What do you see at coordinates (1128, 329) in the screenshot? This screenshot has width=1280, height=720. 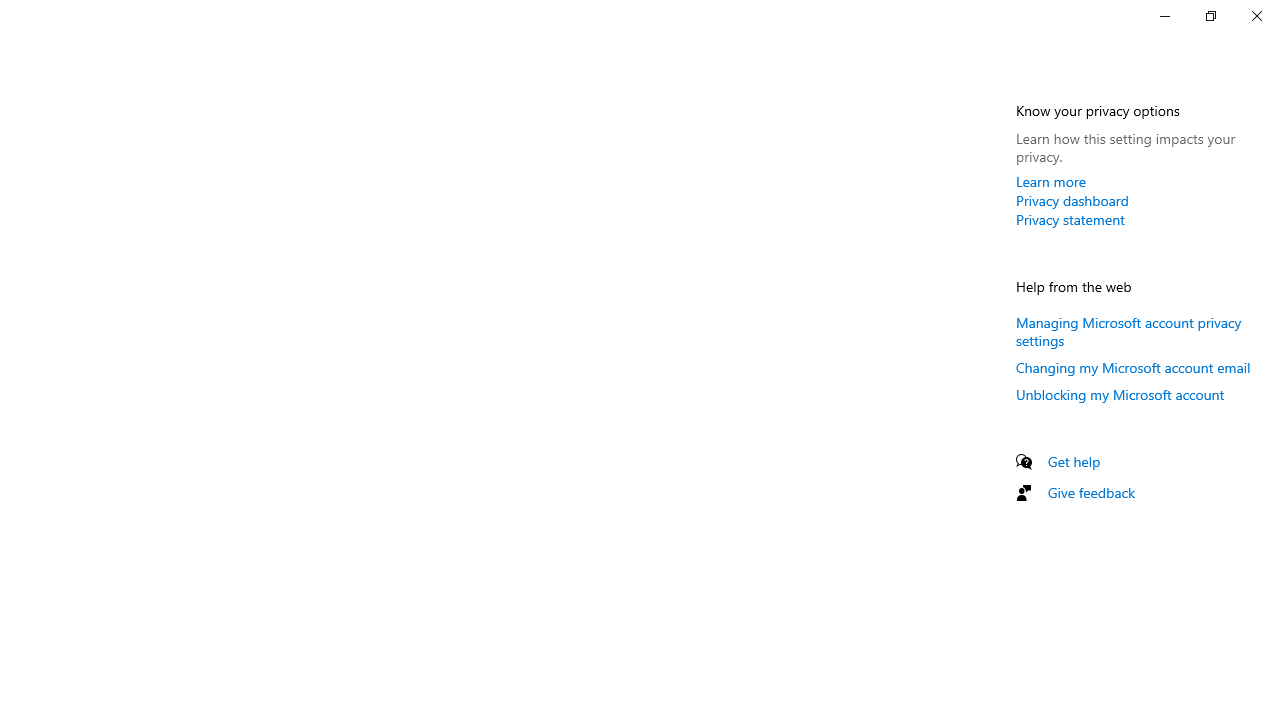 I see `'Managing Microsoft account privacy settings'` at bounding box center [1128, 329].